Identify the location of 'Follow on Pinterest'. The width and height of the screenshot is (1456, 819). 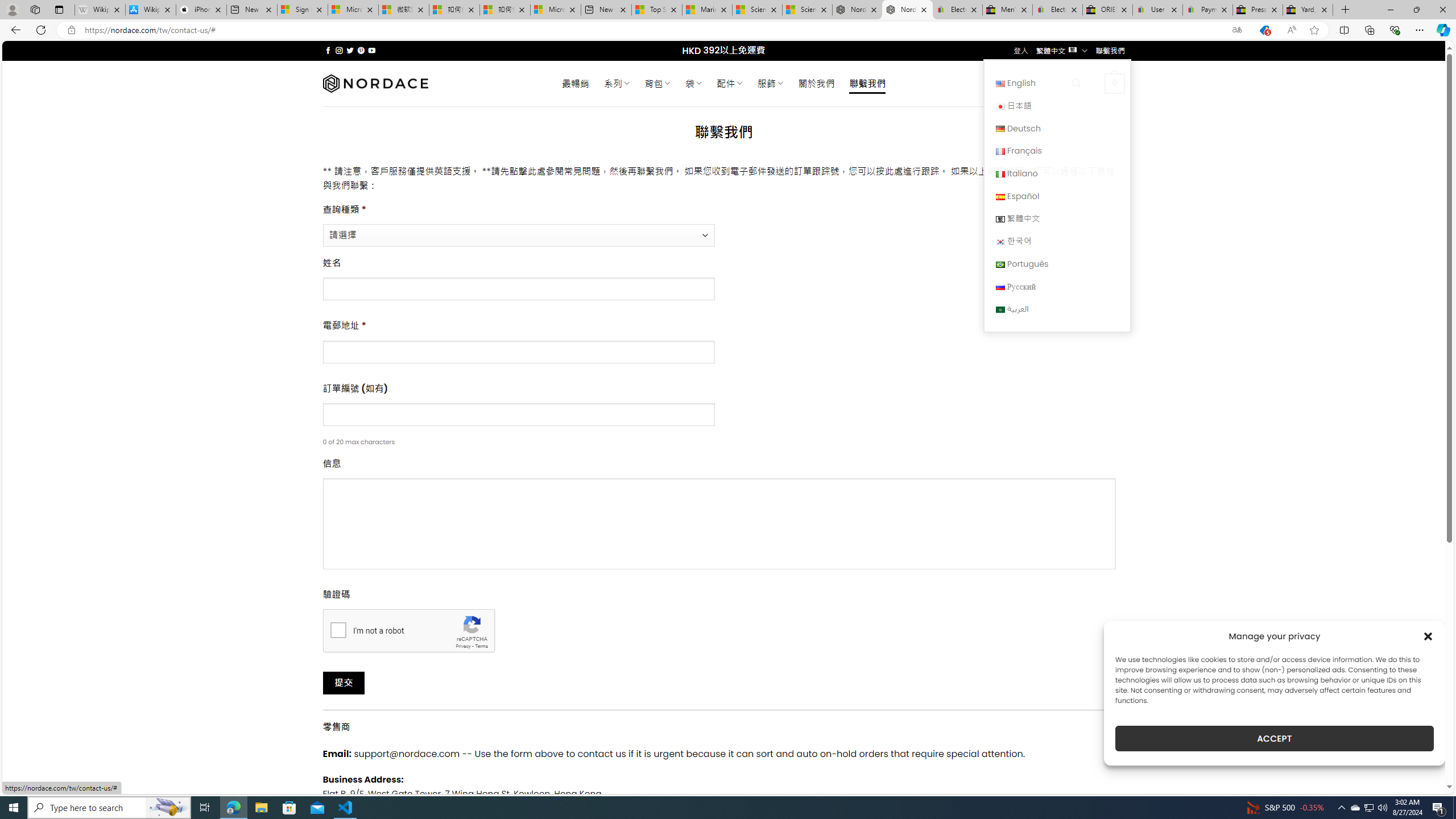
(359, 50).